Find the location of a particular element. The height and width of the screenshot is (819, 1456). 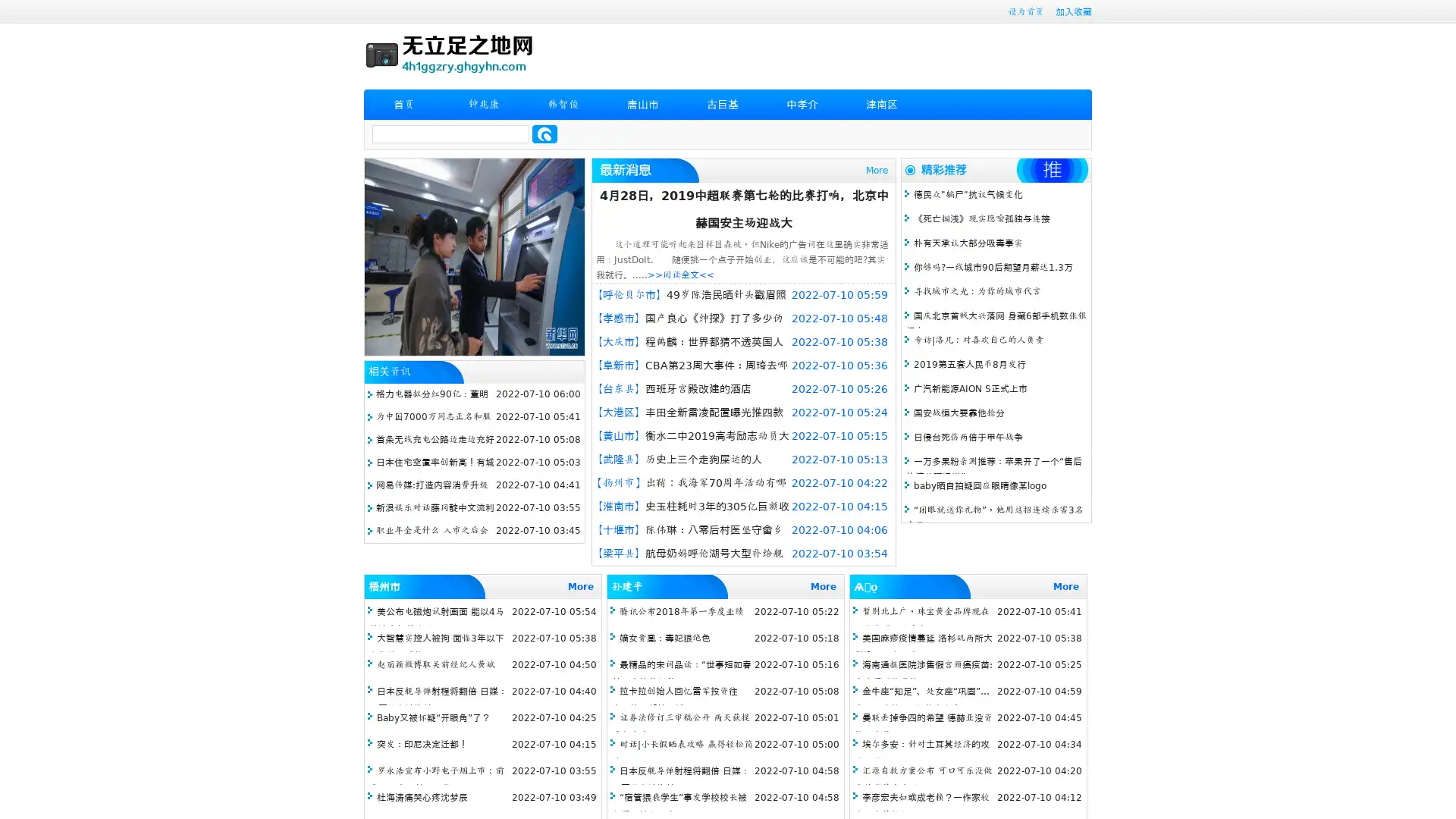

Search is located at coordinates (544, 133).